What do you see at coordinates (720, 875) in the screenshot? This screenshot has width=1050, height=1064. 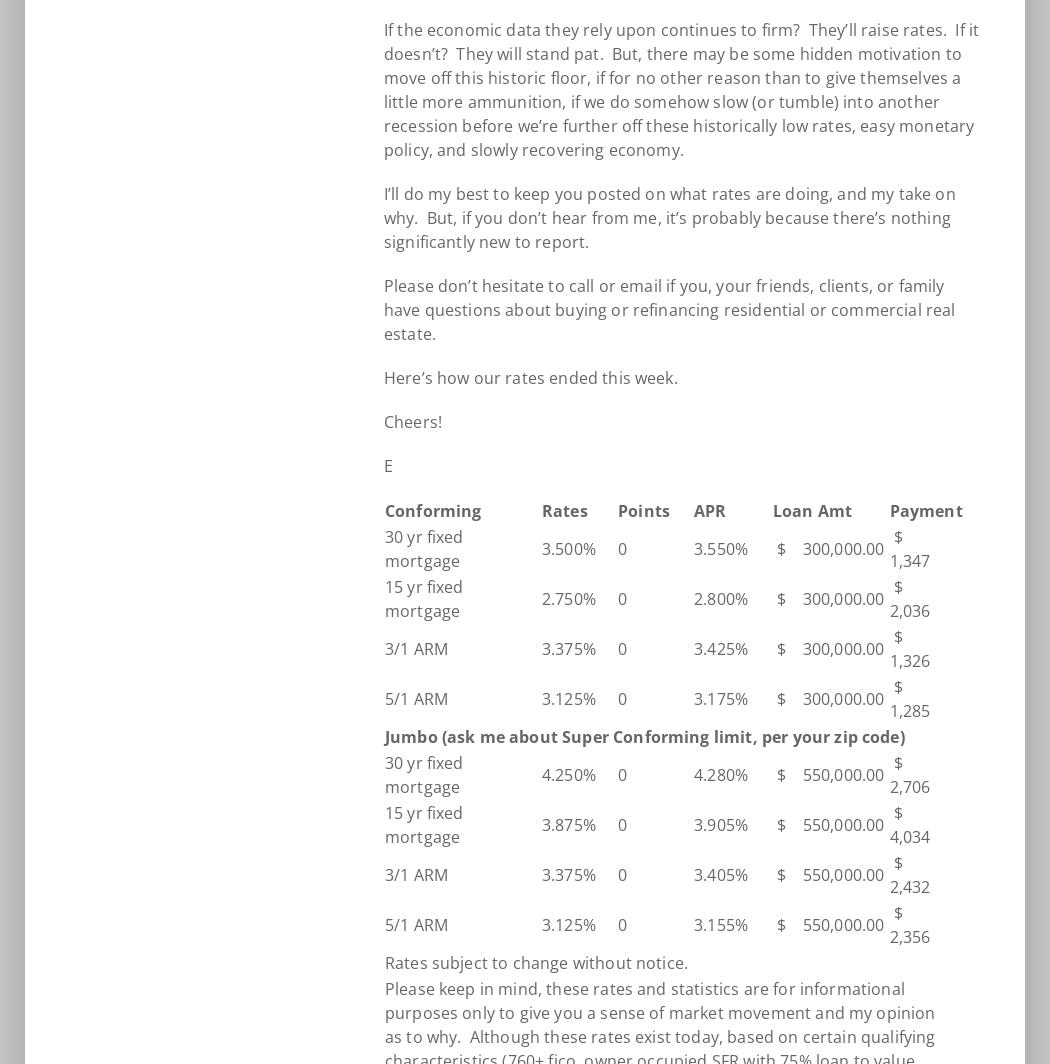 I see `'3.405%'` at bounding box center [720, 875].